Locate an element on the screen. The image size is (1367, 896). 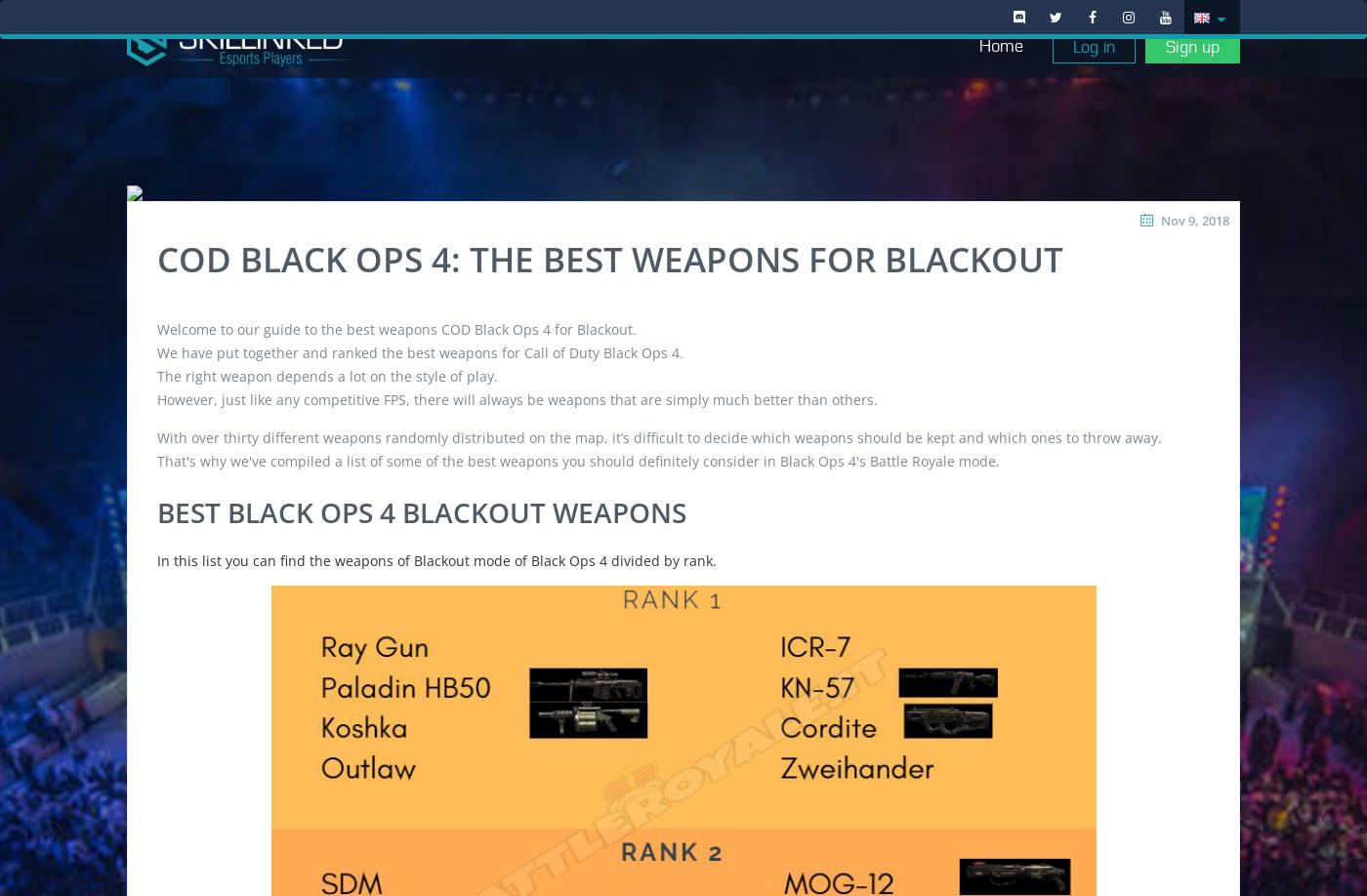
'The right weapon depends a lot on the style of play.' is located at coordinates (327, 374).